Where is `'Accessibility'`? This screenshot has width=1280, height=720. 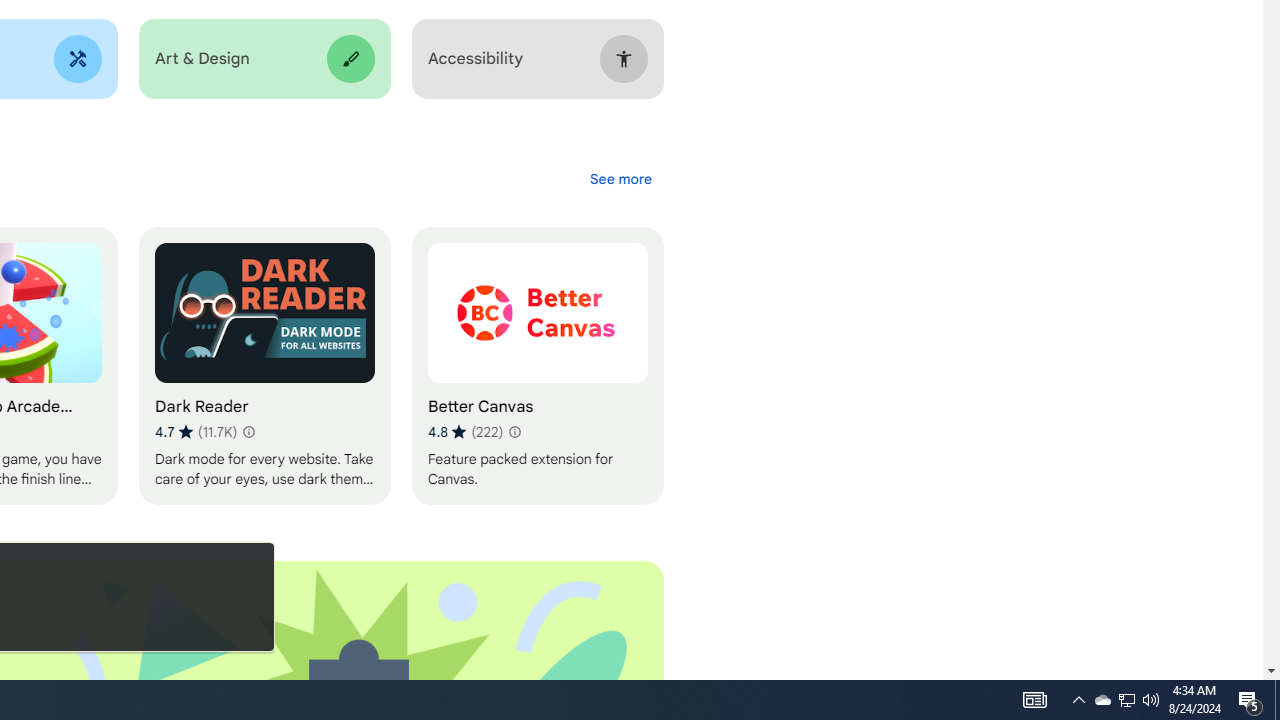 'Accessibility' is located at coordinates (537, 58).